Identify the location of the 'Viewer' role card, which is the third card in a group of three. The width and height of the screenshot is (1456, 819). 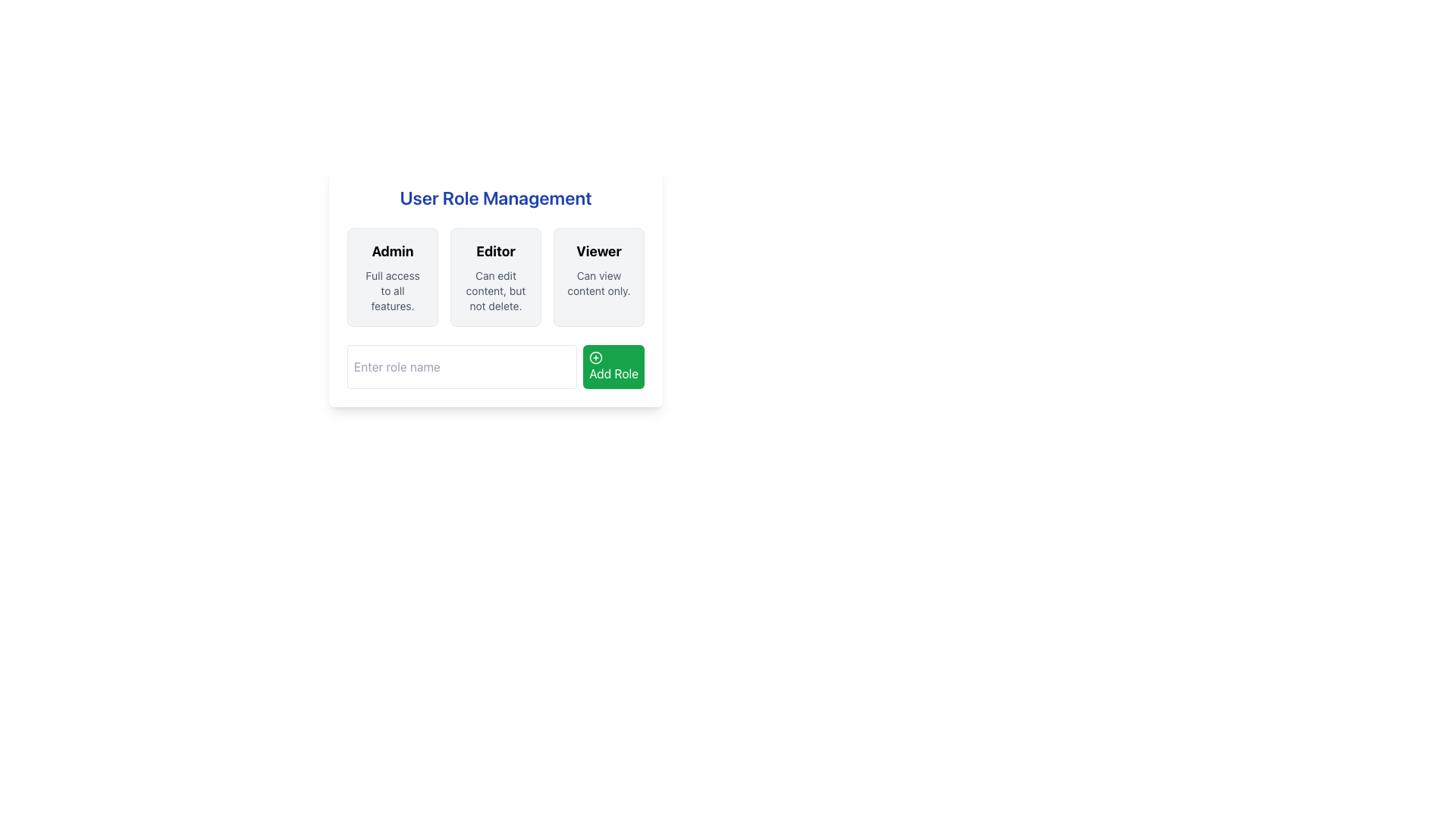
(598, 278).